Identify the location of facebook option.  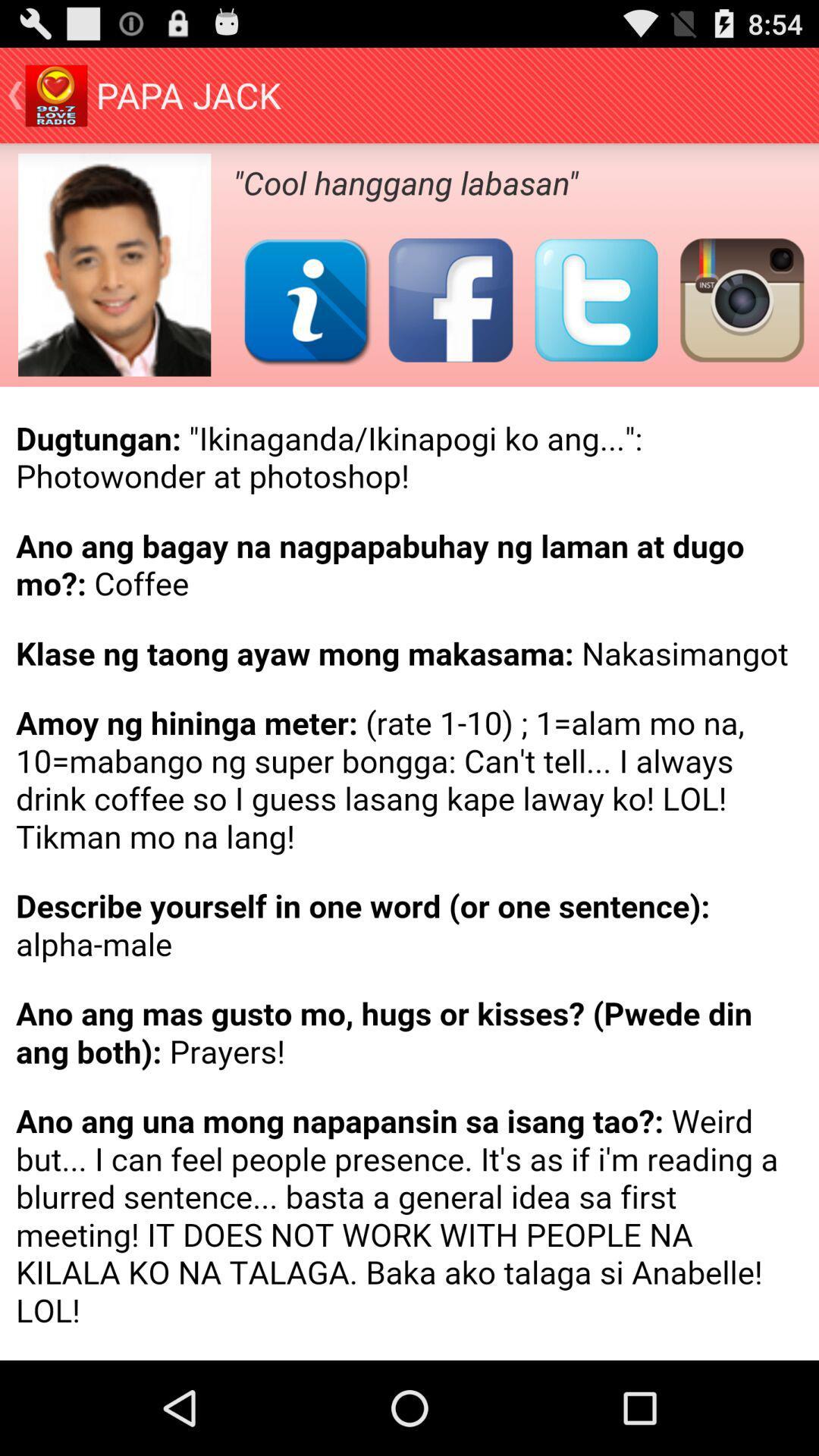
(450, 300).